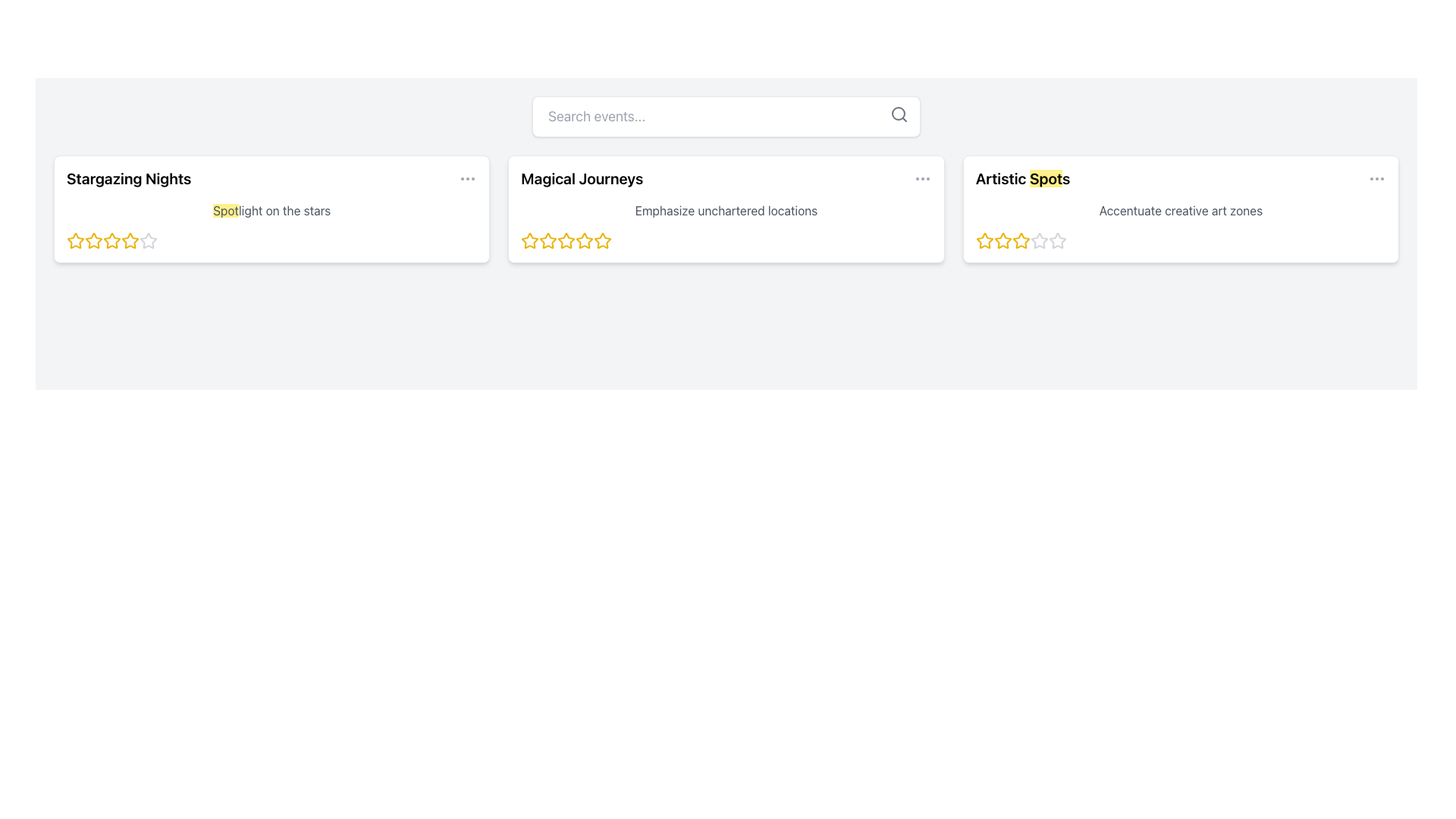 This screenshot has height=819, width=1456. Describe the element at coordinates (602, 240) in the screenshot. I see `the yellow-colored star icon with a hollow center, which is the fifth star in the rating component under the 'Magical Journeys' card` at that location.